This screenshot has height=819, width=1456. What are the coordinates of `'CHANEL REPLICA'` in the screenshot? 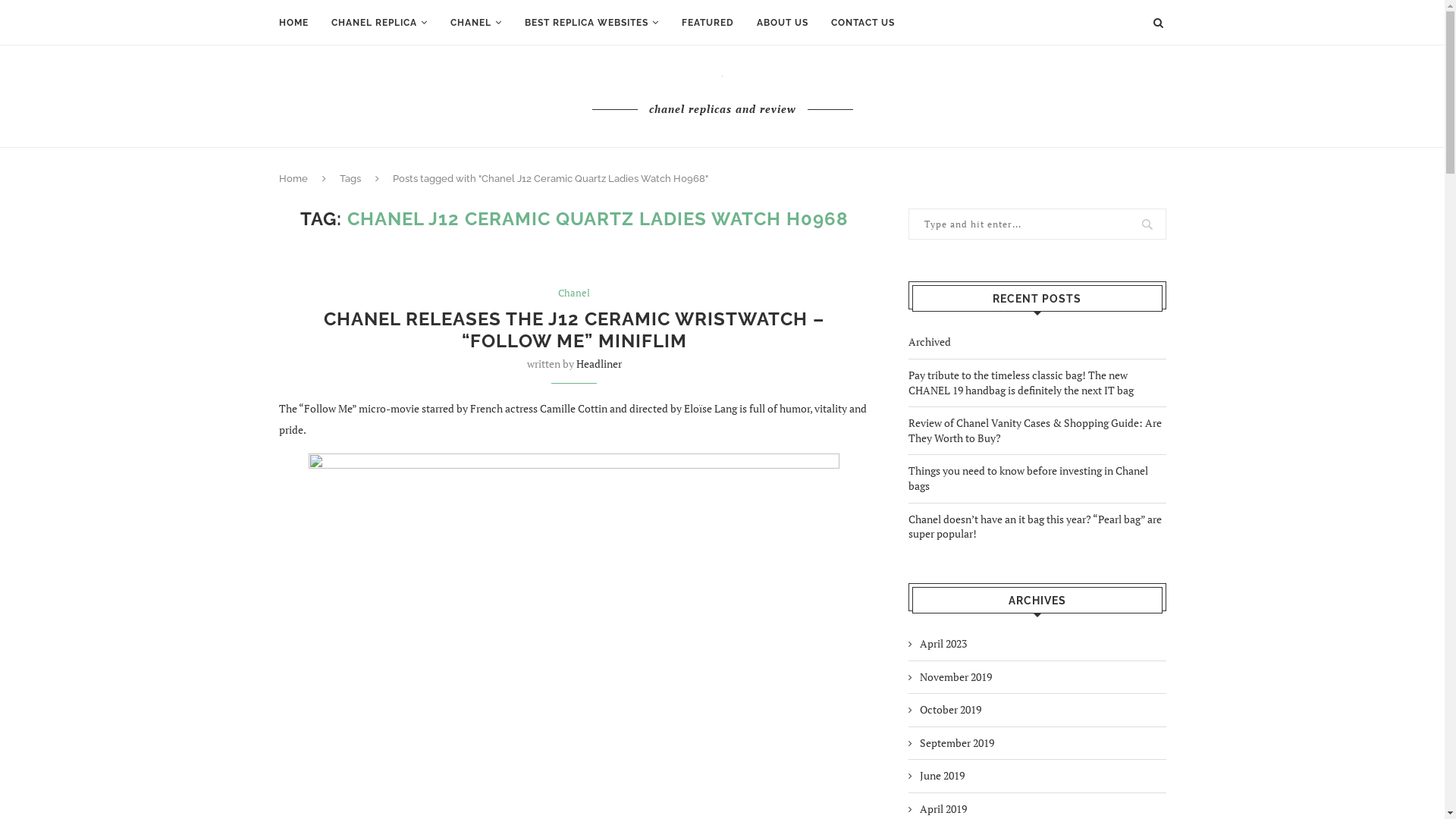 It's located at (330, 23).